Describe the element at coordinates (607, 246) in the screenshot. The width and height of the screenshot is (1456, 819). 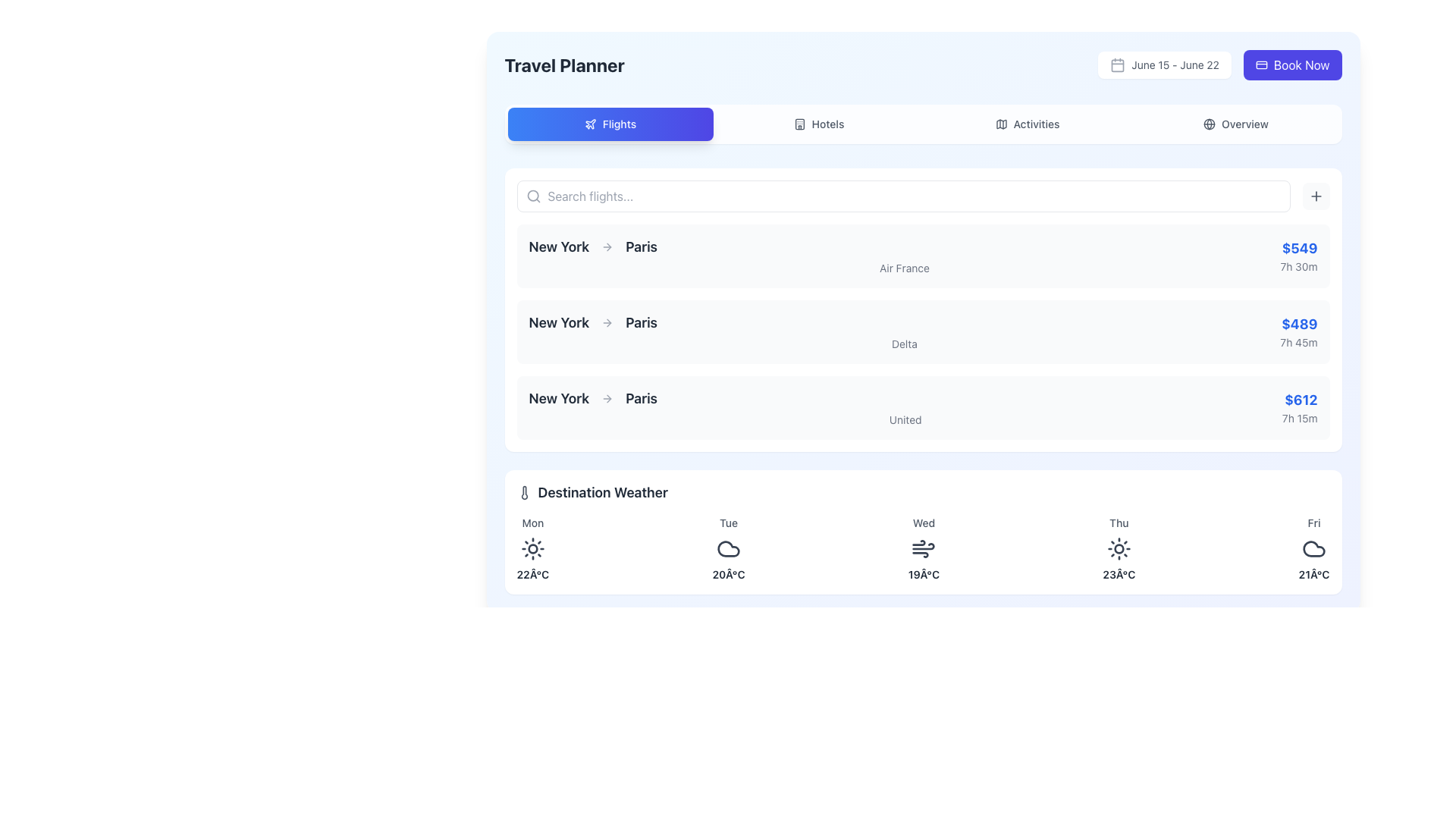
I see `the arrow symbol that indicates the directional transition from 'New York' to 'Paris', positioned centrally between the two text elements in a horizontal layout` at that location.